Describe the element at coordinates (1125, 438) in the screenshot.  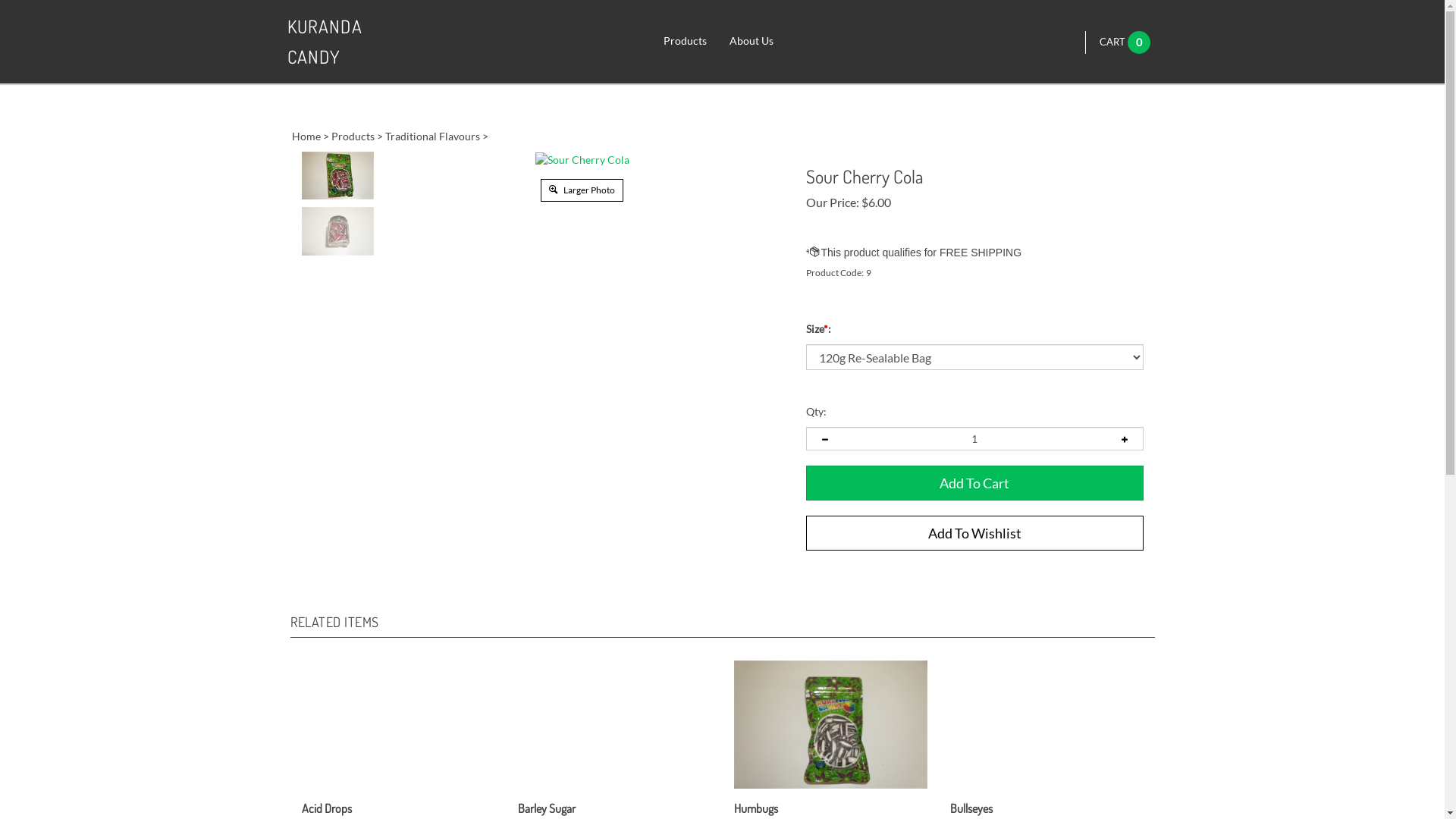
I see `'plus'` at that location.